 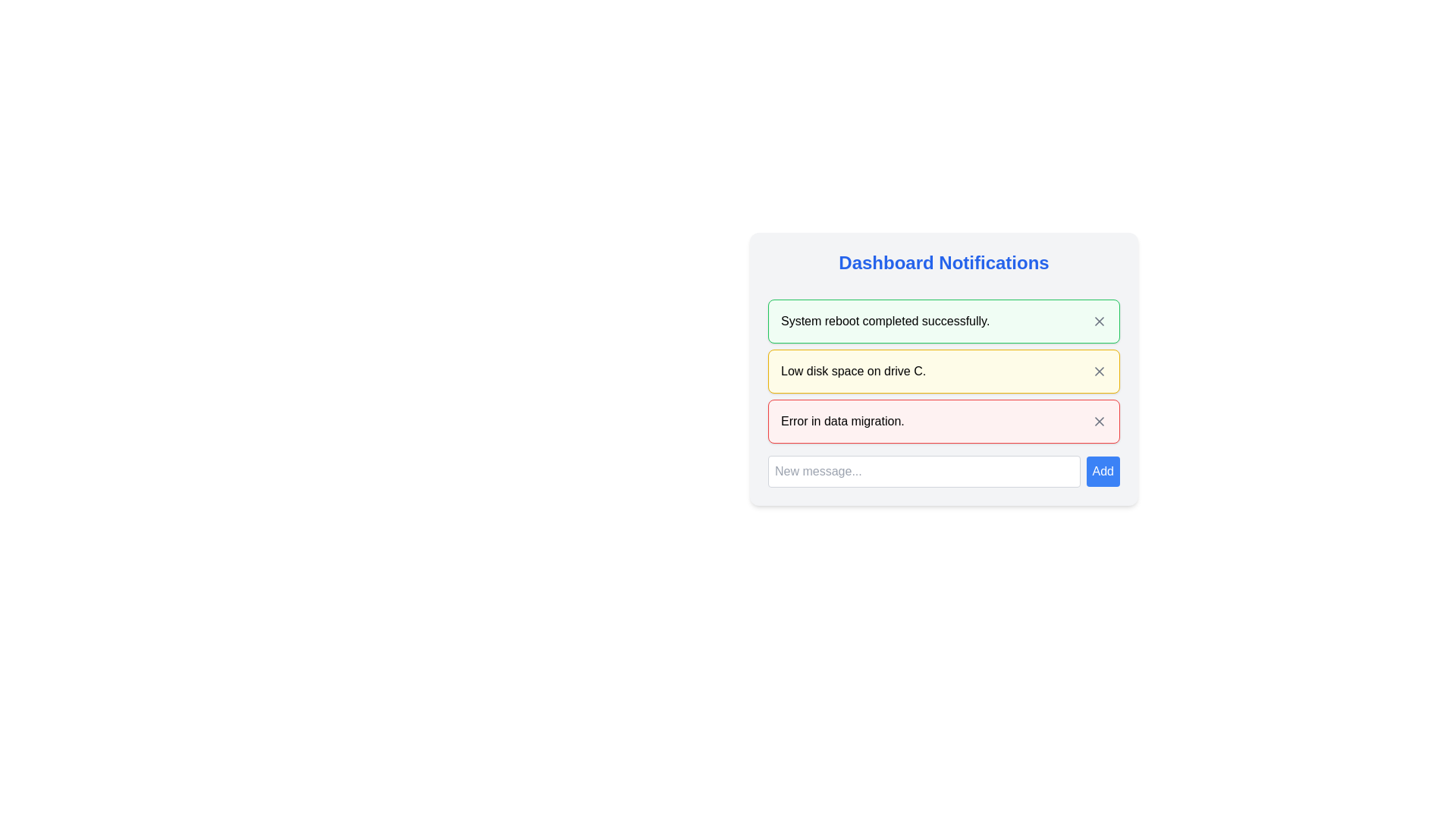 What do you see at coordinates (1099, 371) in the screenshot?
I see `the dismiss button (icon-based close button) located in the top-right corner of the yellow notification box for the low disk space message to trigger a tooltip or effect` at bounding box center [1099, 371].